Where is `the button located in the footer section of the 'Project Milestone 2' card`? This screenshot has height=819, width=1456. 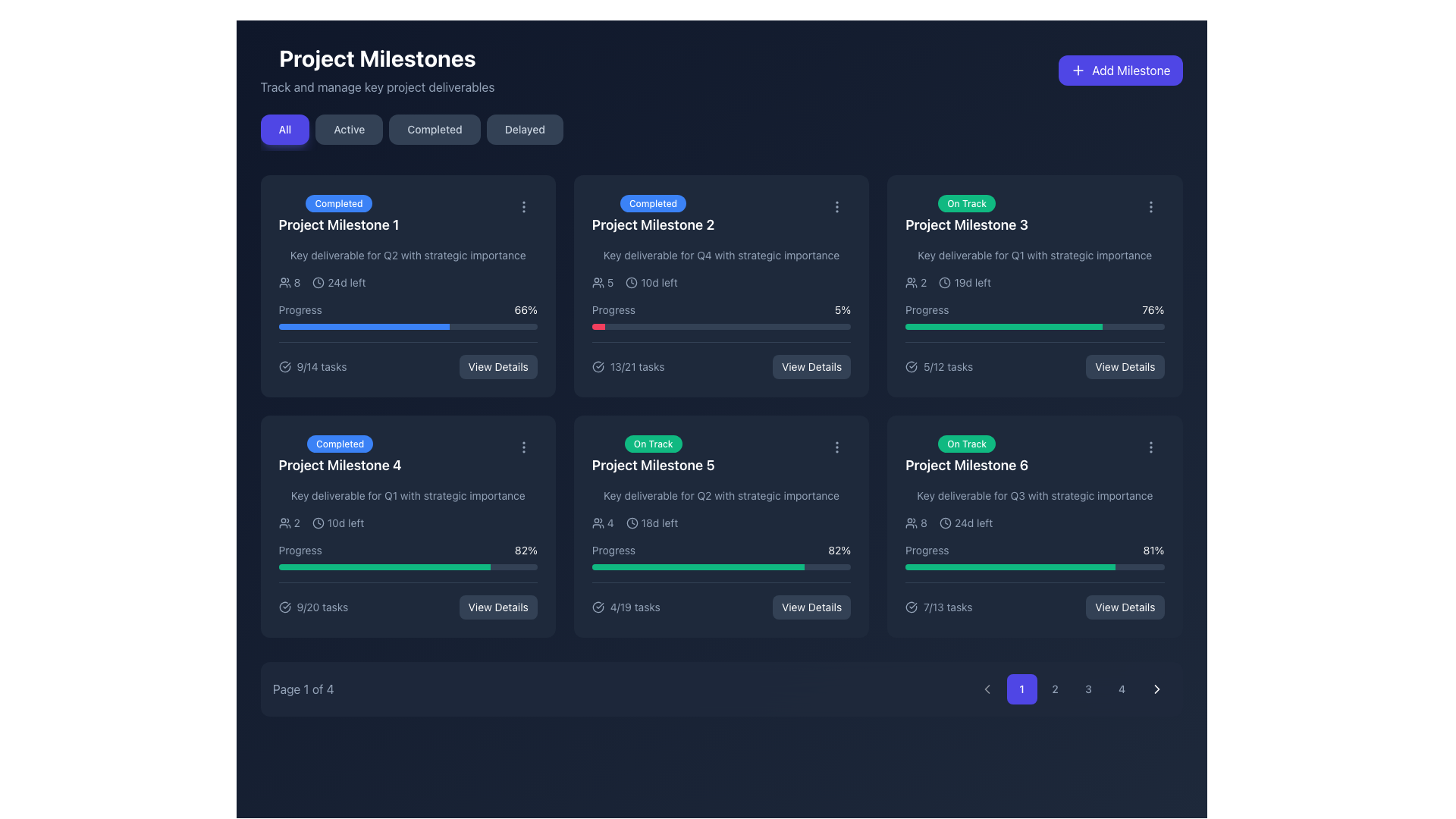 the button located in the footer section of the 'Project Milestone 2' card is located at coordinates (811, 366).